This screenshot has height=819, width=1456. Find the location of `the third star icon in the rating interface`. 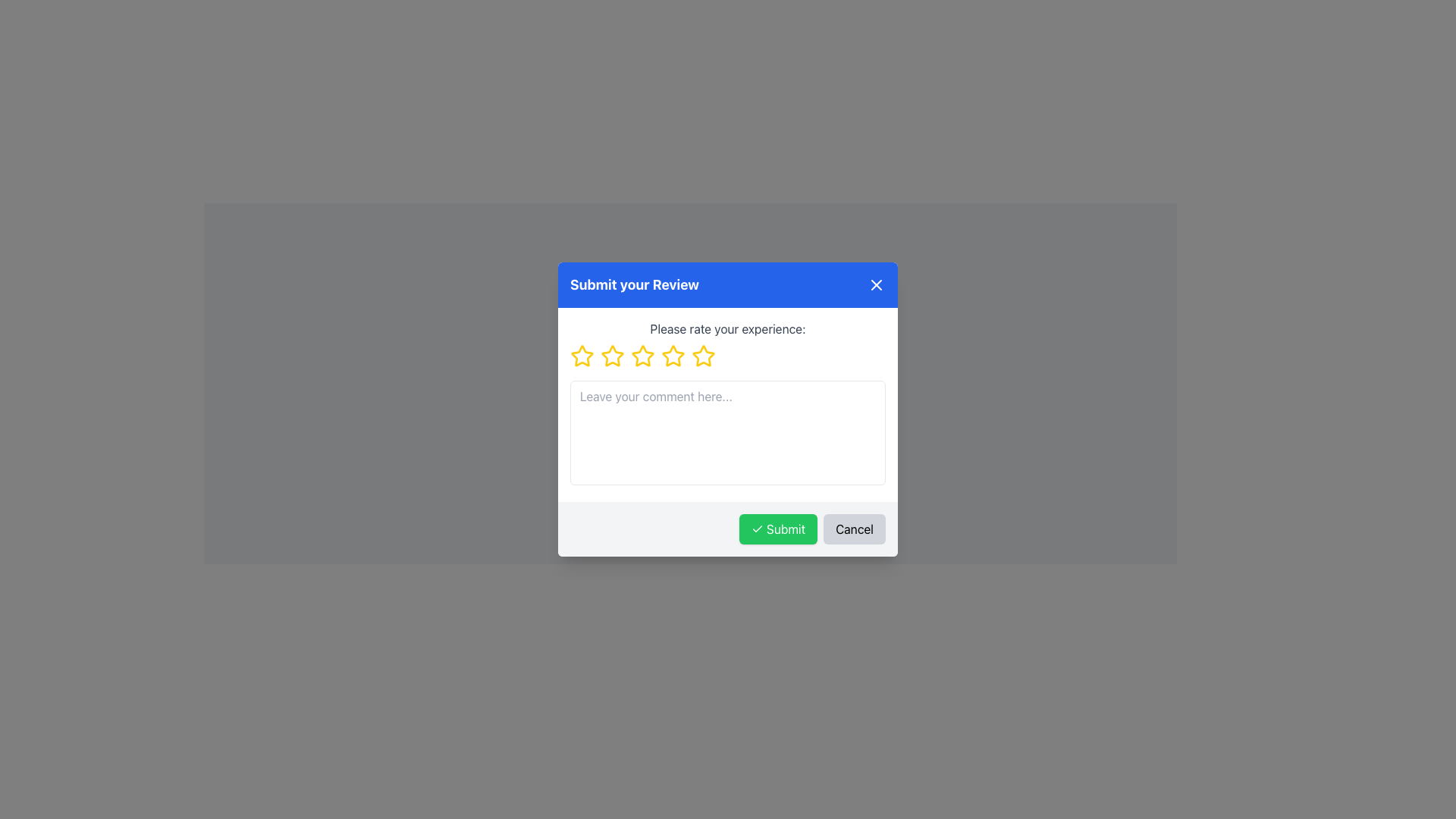

the third star icon in the rating interface is located at coordinates (673, 356).